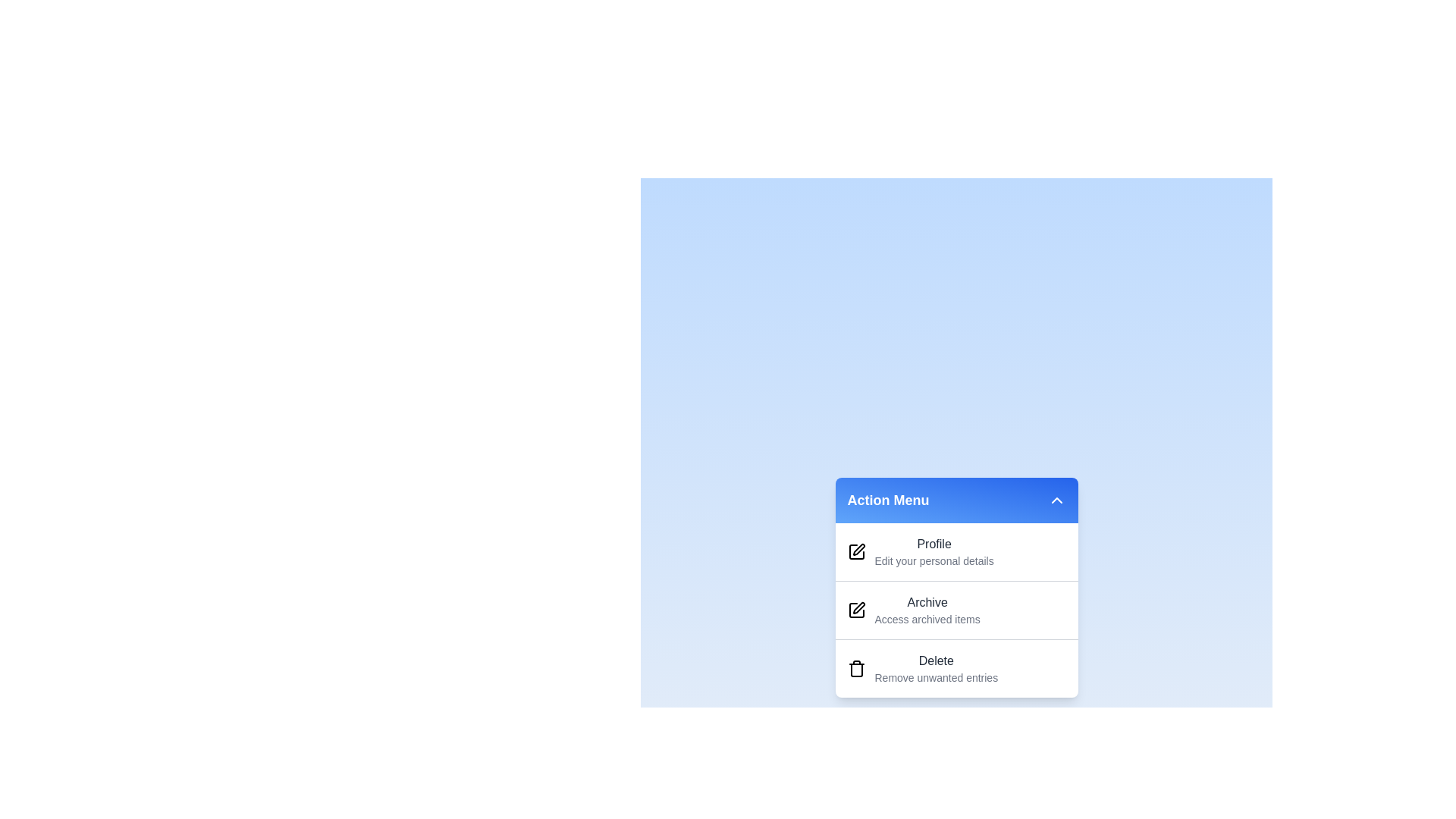  Describe the element at coordinates (1056, 500) in the screenshot. I see `toggle button at the top right of the menu header to collapse the menu` at that location.